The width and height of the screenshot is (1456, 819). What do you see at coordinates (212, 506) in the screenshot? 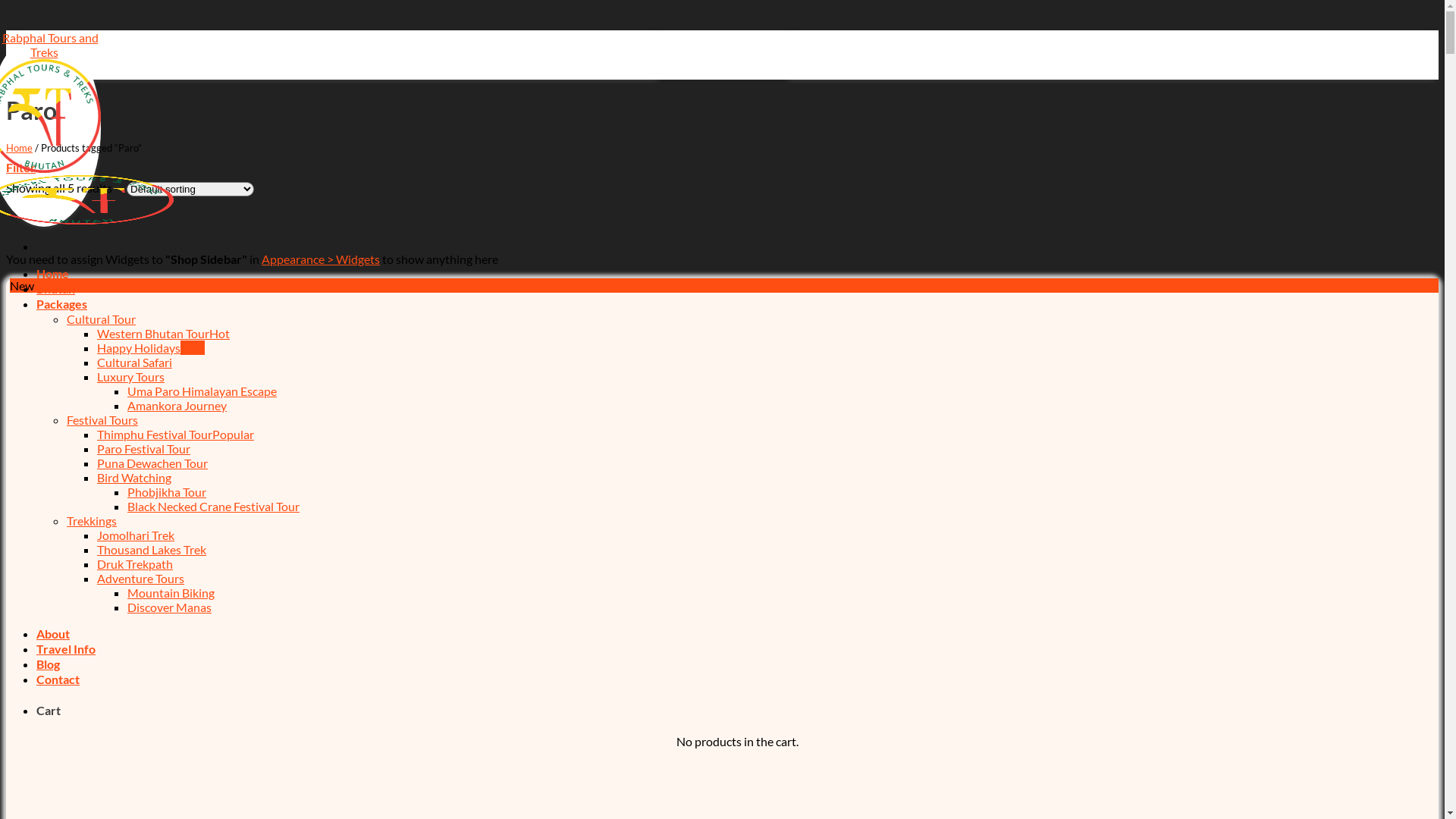
I see `'Black Necked Crane Festival Tour'` at bounding box center [212, 506].